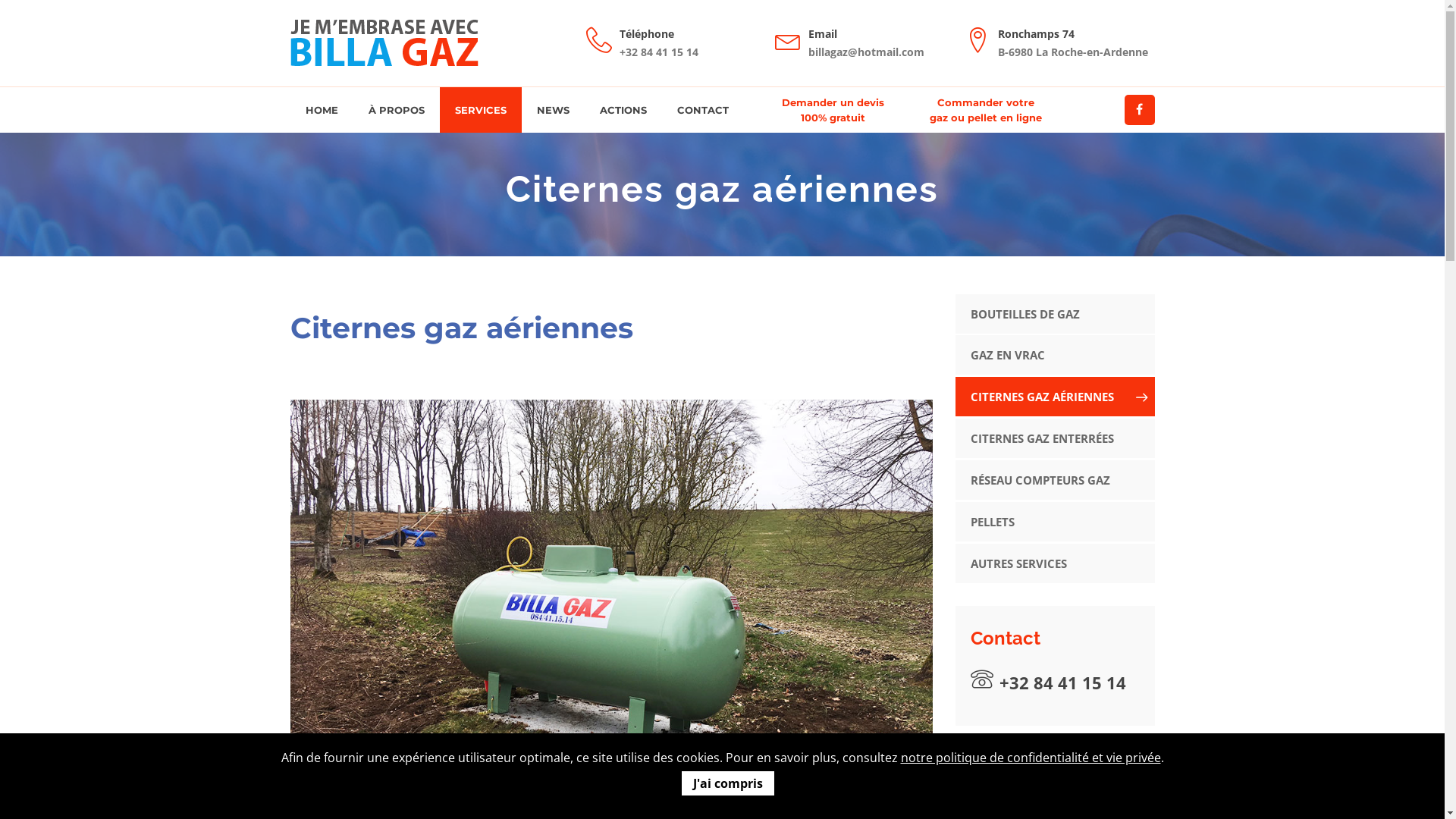 The width and height of the screenshot is (1456, 819). I want to click on 'CONTACT', so click(661, 109).